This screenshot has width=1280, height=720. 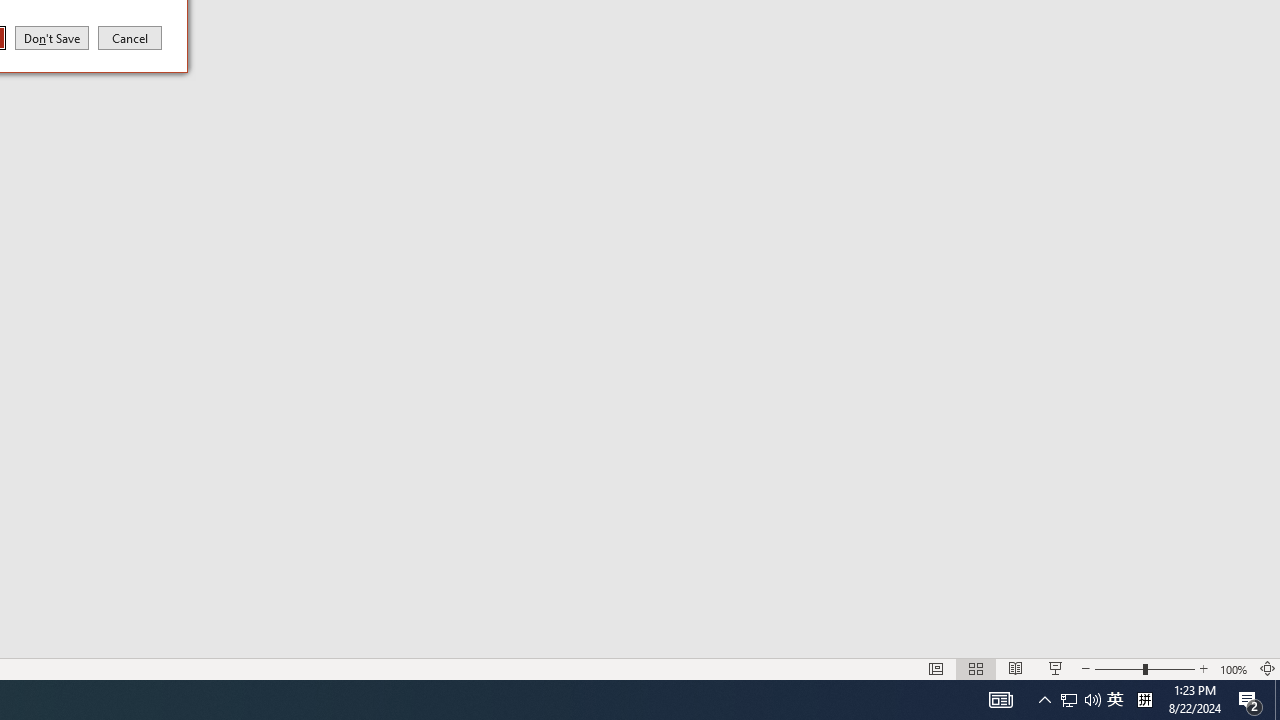 I want to click on 'Action Center, 2 new notifications', so click(x=1250, y=698).